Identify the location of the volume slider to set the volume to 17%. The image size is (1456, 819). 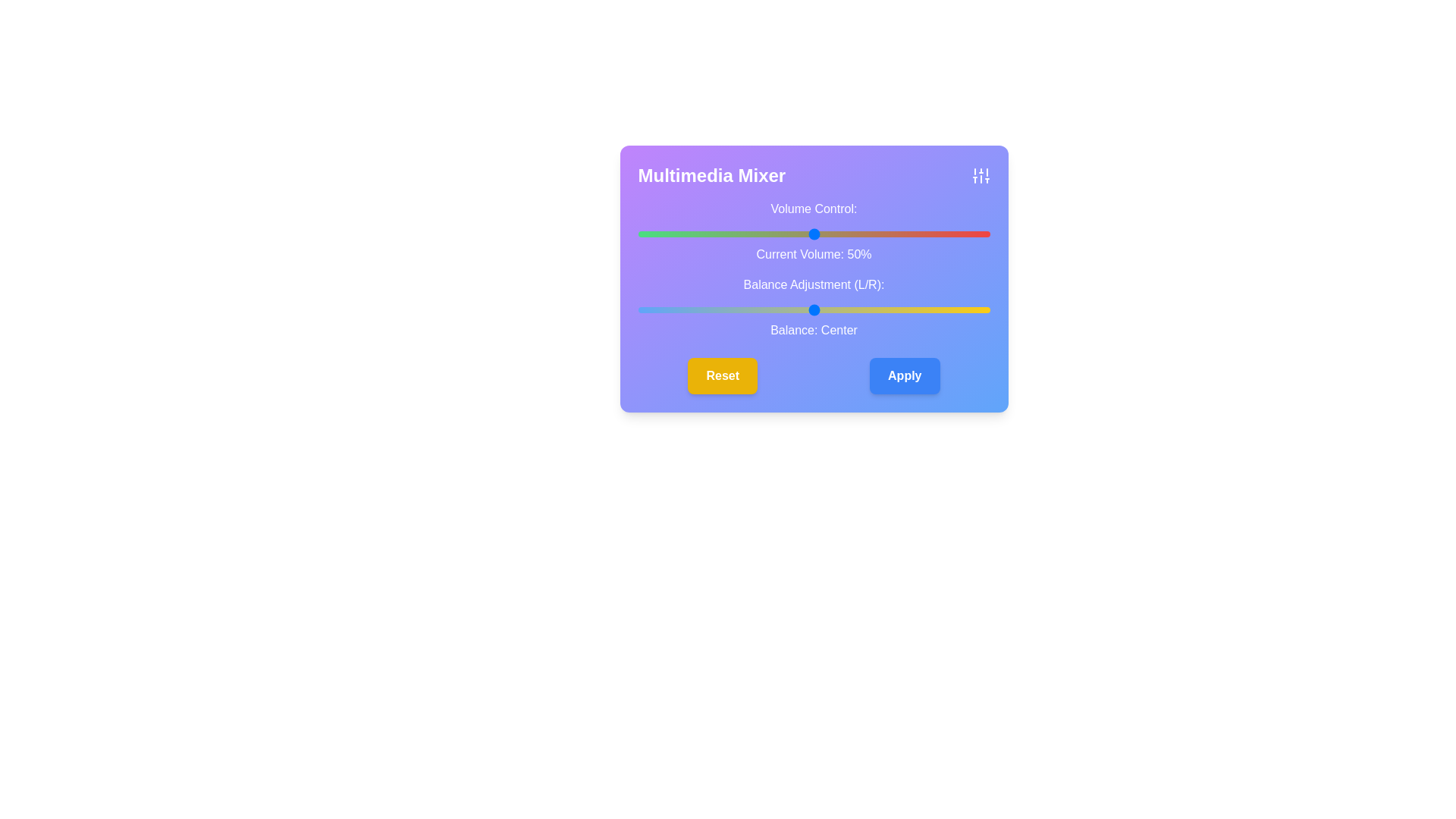
(697, 234).